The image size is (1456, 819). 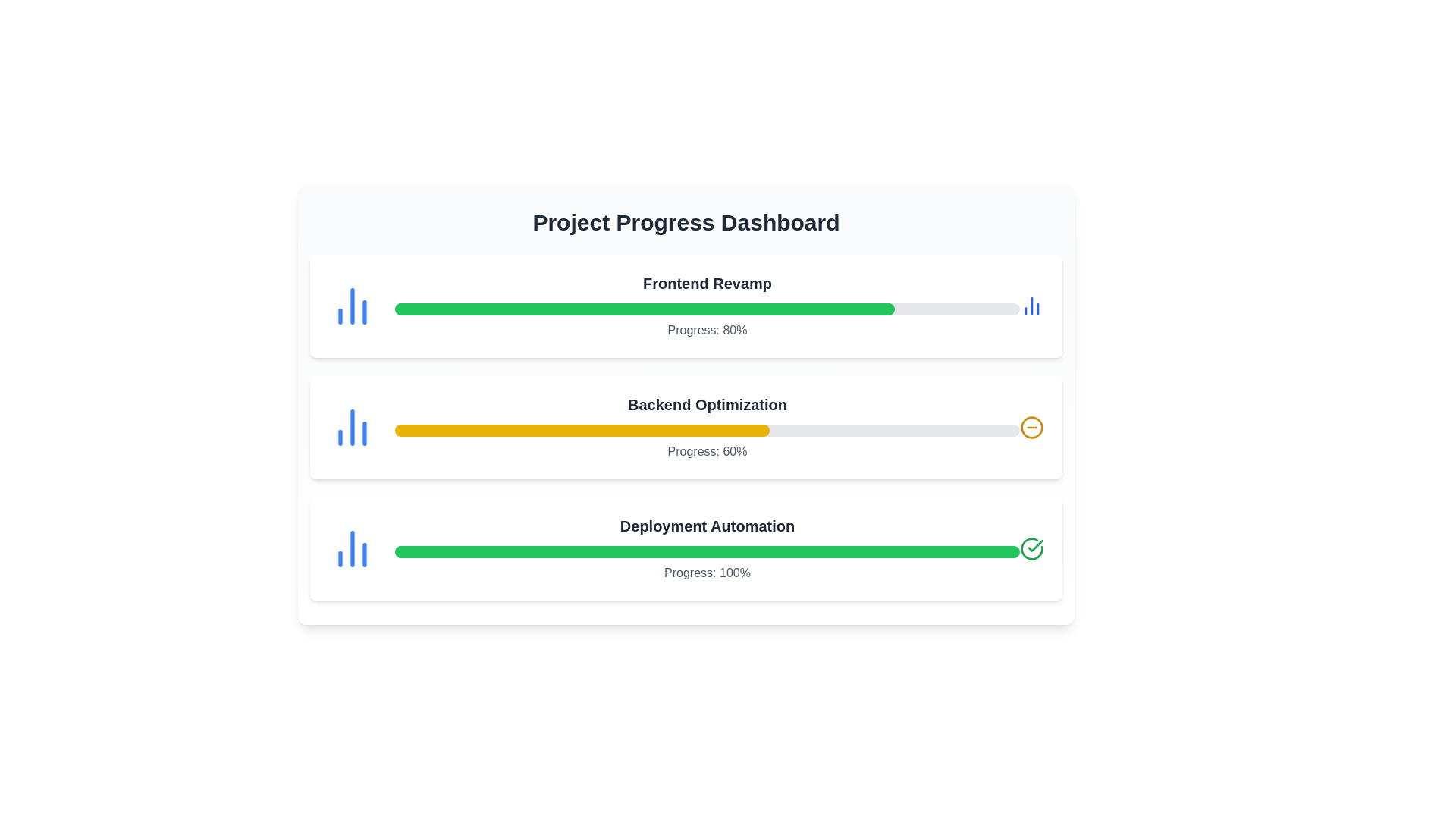 I want to click on the value of the progress bar indicating the 80% completion status of the 'Deployment Automation' task, located in the third section from the top, so click(x=645, y=309).